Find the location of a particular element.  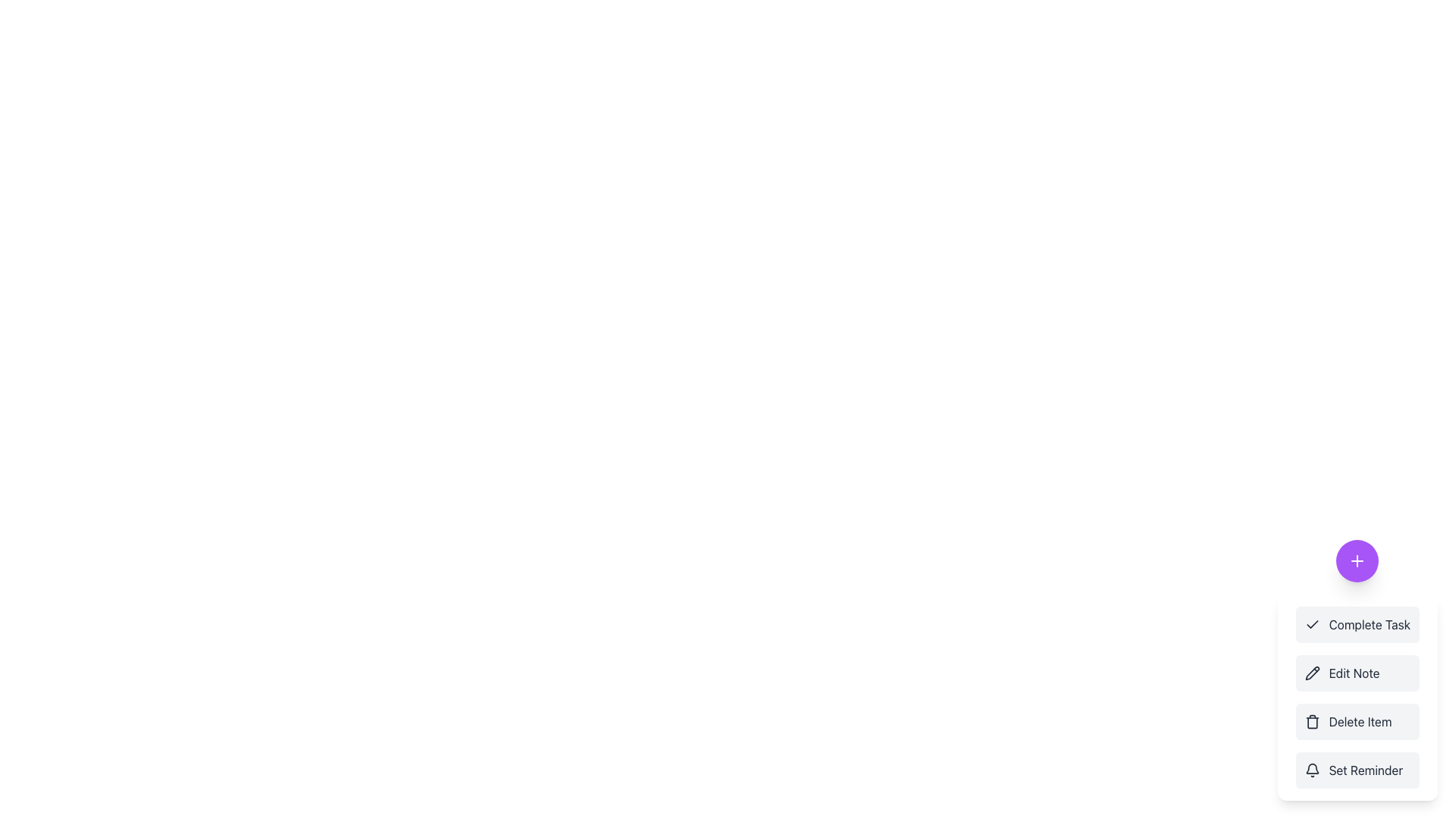

the check mark icon located is located at coordinates (1311, 624).